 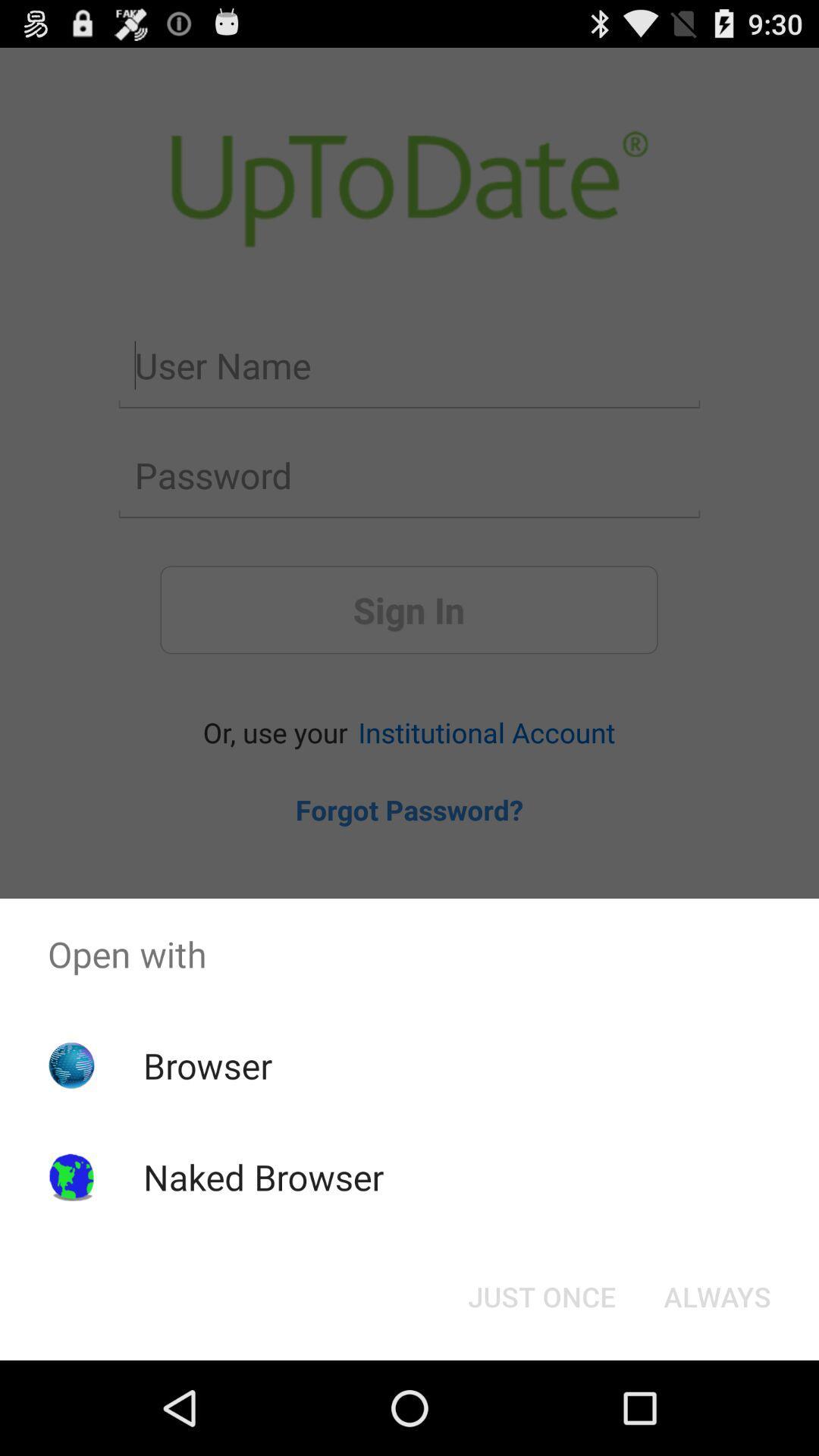 What do you see at coordinates (541, 1295) in the screenshot?
I see `the item next to the always` at bounding box center [541, 1295].